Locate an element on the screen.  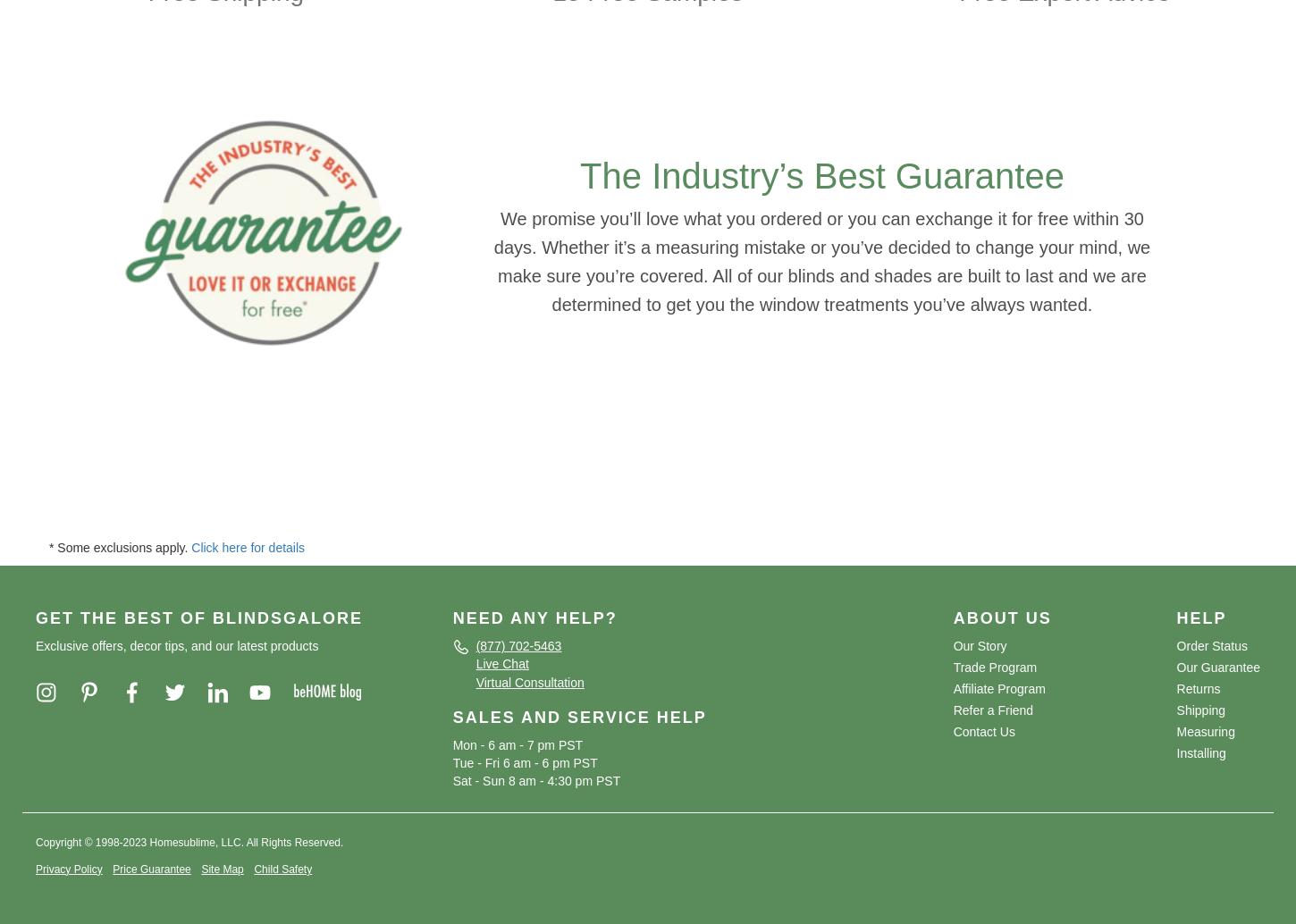
'Our Story' is located at coordinates (953, 645).